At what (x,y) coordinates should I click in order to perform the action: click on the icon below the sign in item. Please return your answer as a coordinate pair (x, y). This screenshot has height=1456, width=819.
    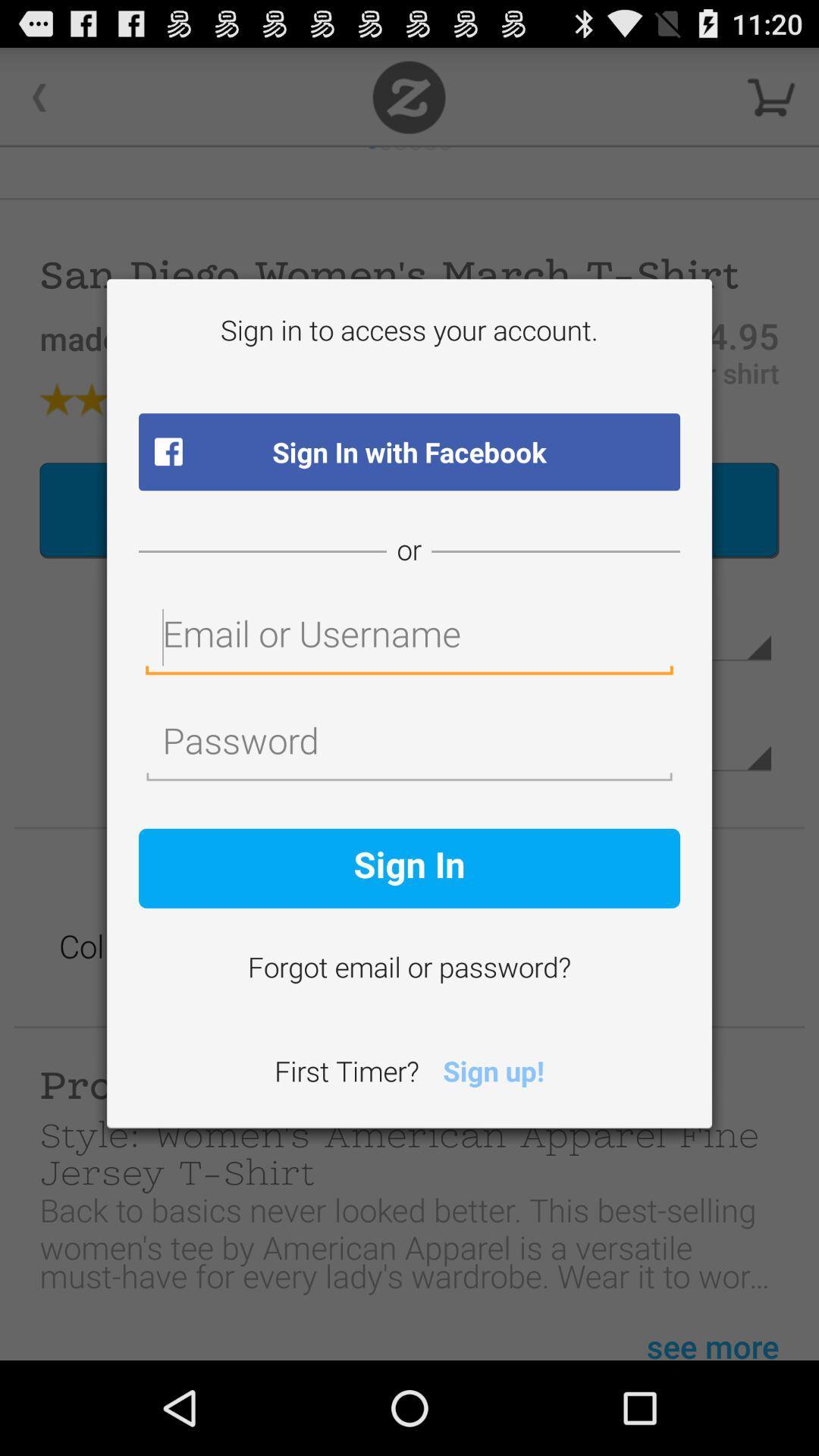
    Looking at the image, I should click on (409, 969).